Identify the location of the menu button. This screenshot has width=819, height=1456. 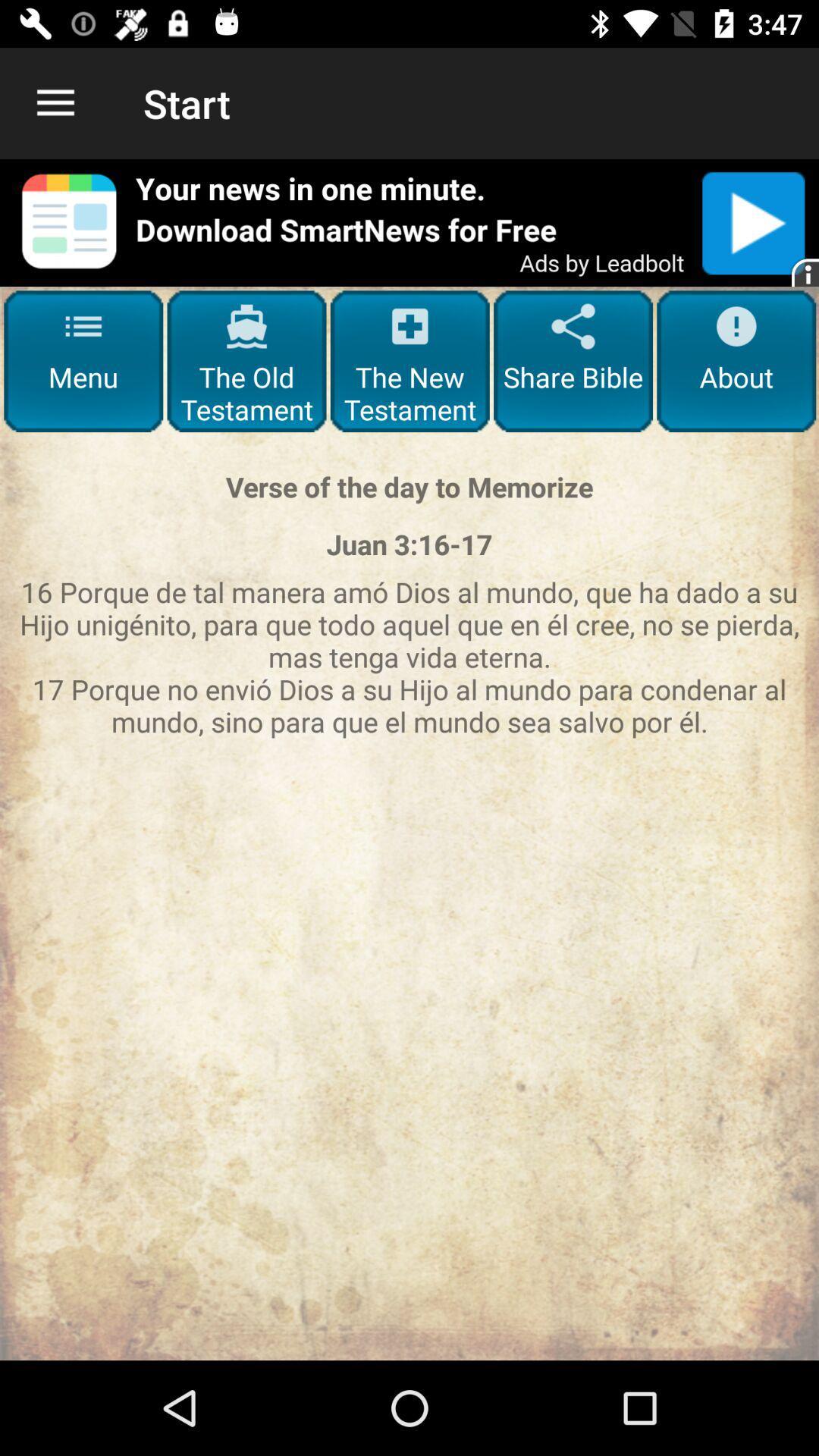
(83, 360).